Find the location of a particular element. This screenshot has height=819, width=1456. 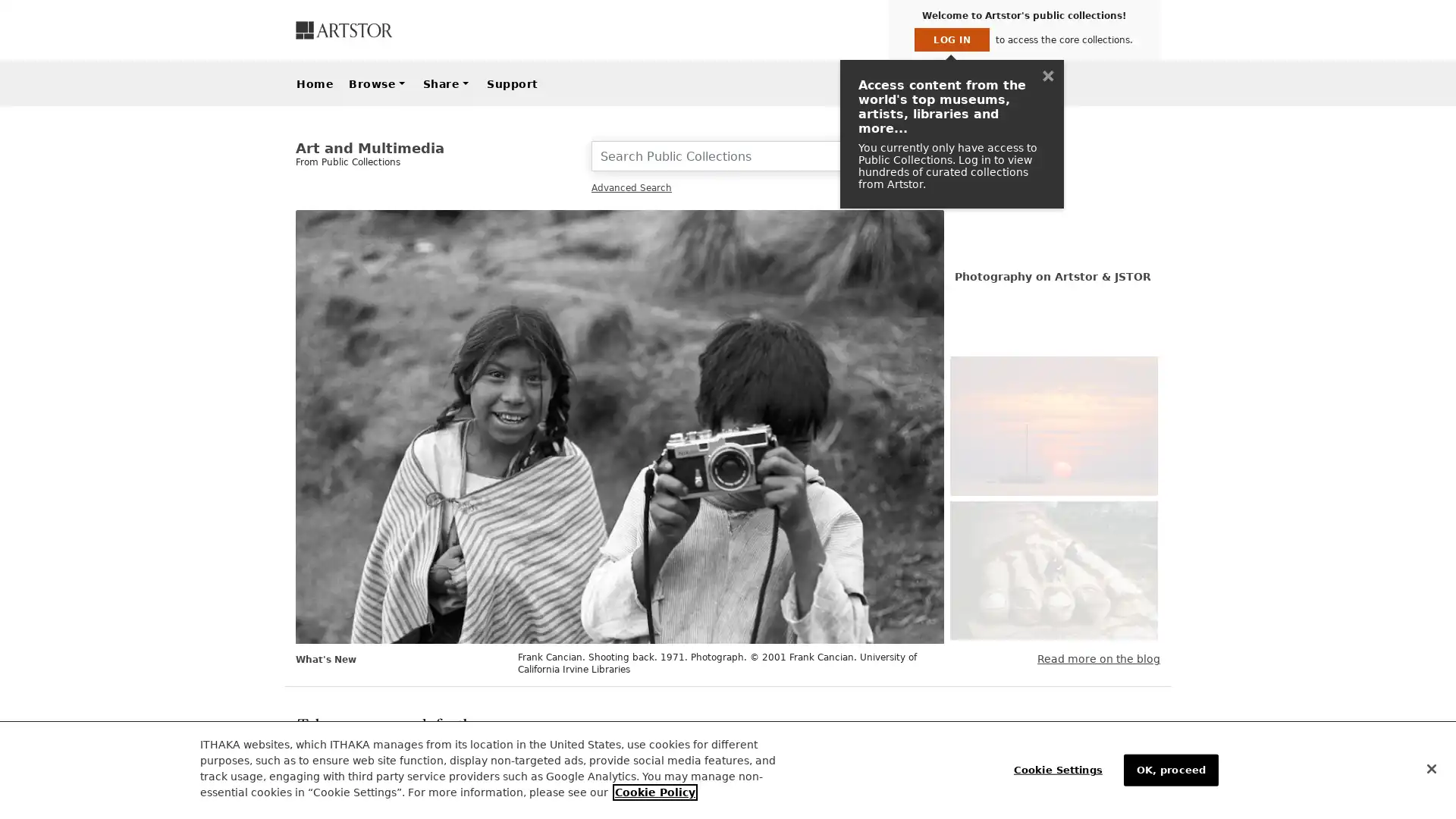

Cookie Settings is located at coordinates (1060, 769).